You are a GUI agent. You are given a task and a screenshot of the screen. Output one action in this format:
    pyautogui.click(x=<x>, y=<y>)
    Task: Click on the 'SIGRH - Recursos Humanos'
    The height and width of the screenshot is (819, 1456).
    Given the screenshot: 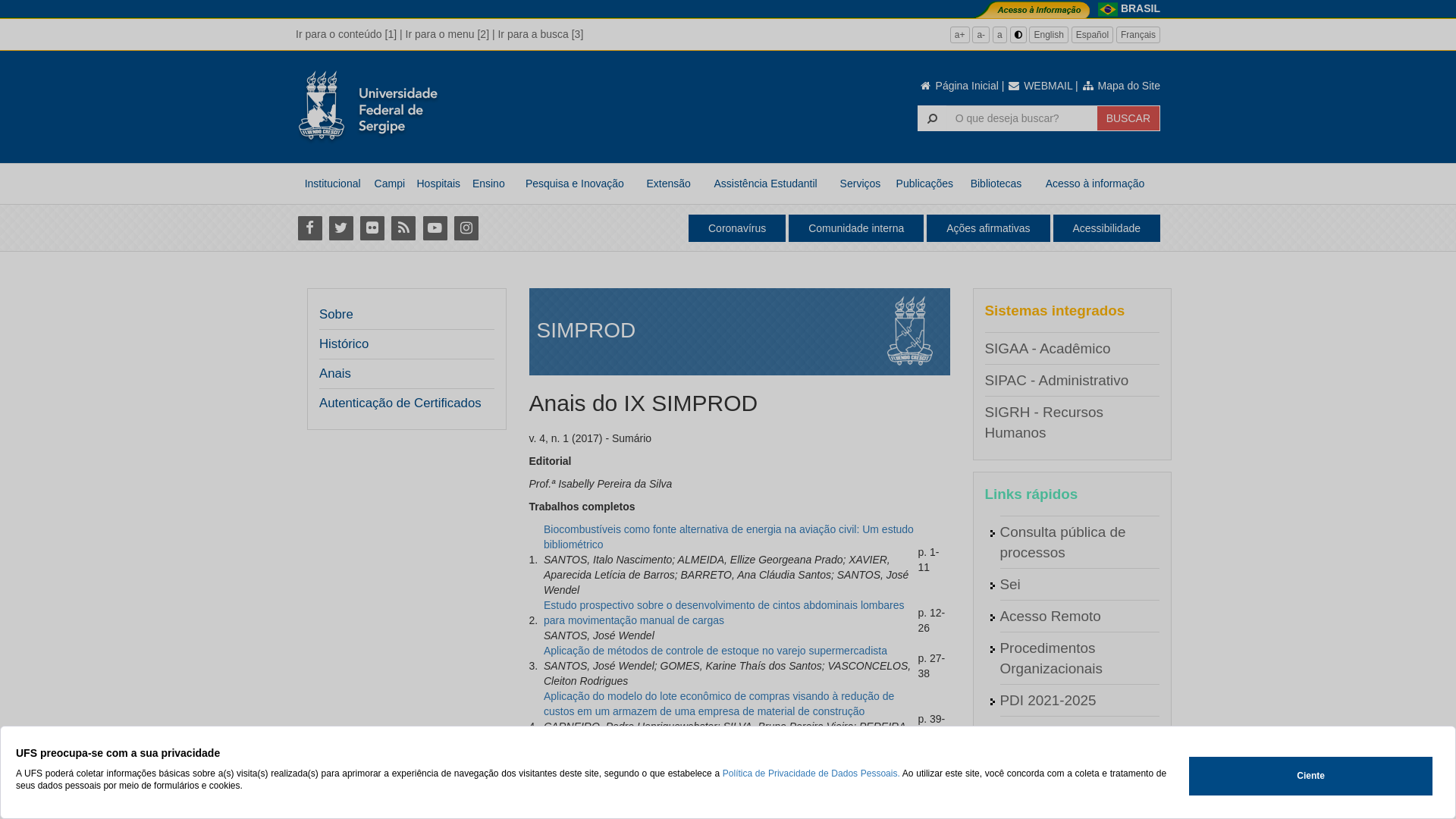 What is the action you would take?
    pyautogui.click(x=1043, y=422)
    